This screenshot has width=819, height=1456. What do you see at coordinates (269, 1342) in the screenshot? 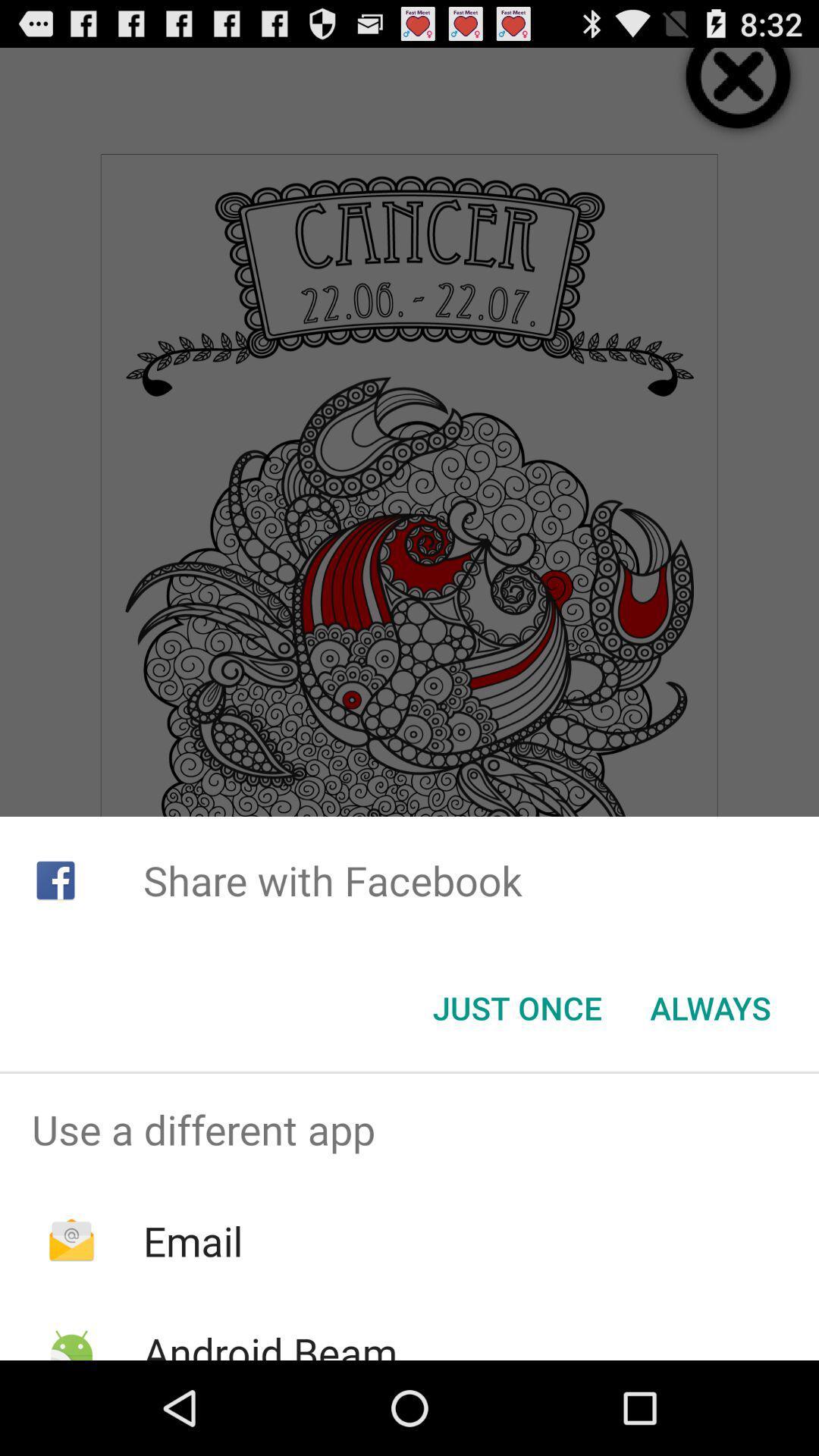
I see `icon below email item` at bounding box center [269, 1342].